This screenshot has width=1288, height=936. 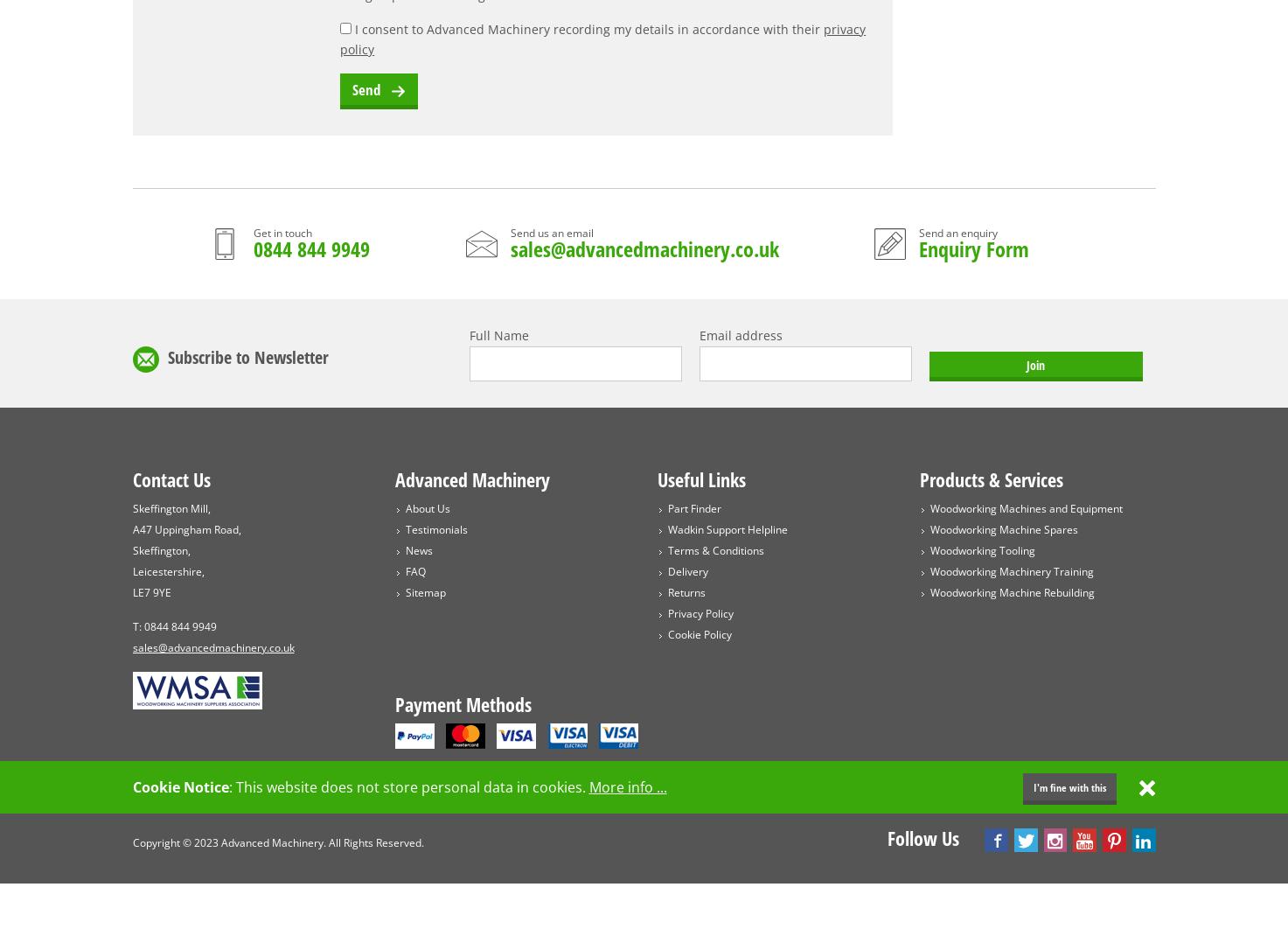 What do you see at coordinates (1069, 786) in the screenshot?
I see `'I'm fine with this'` at bounding box center [1069, 786].